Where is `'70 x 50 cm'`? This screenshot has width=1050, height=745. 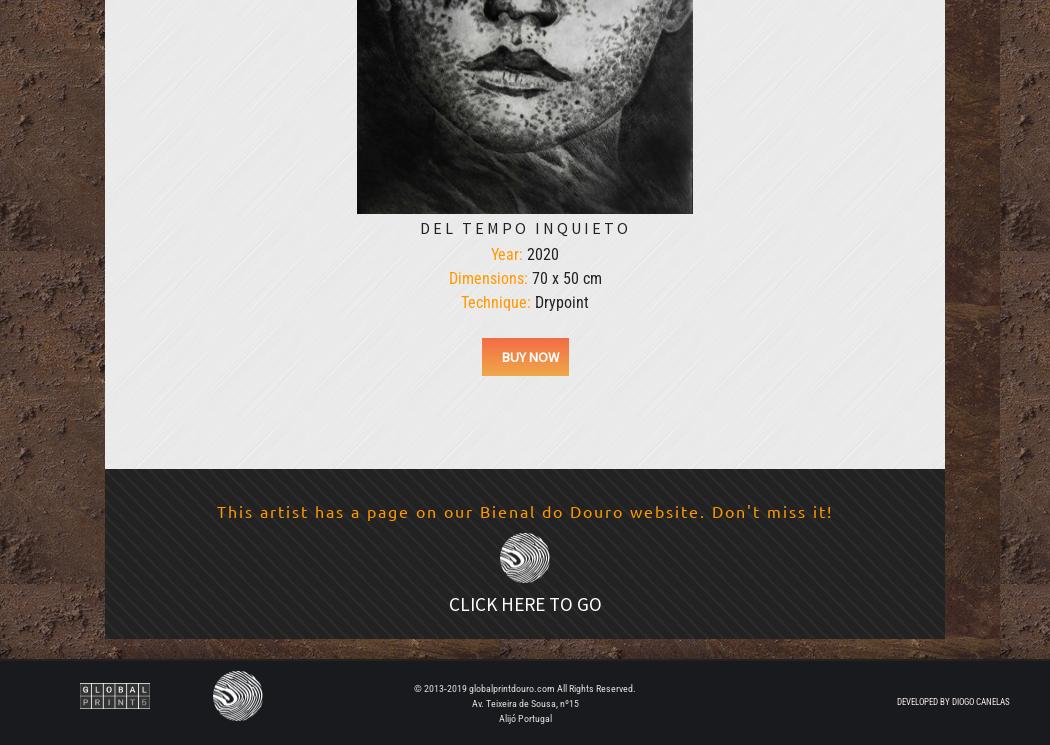 '70 x 50 cm' is located at coordinates (564, 277).